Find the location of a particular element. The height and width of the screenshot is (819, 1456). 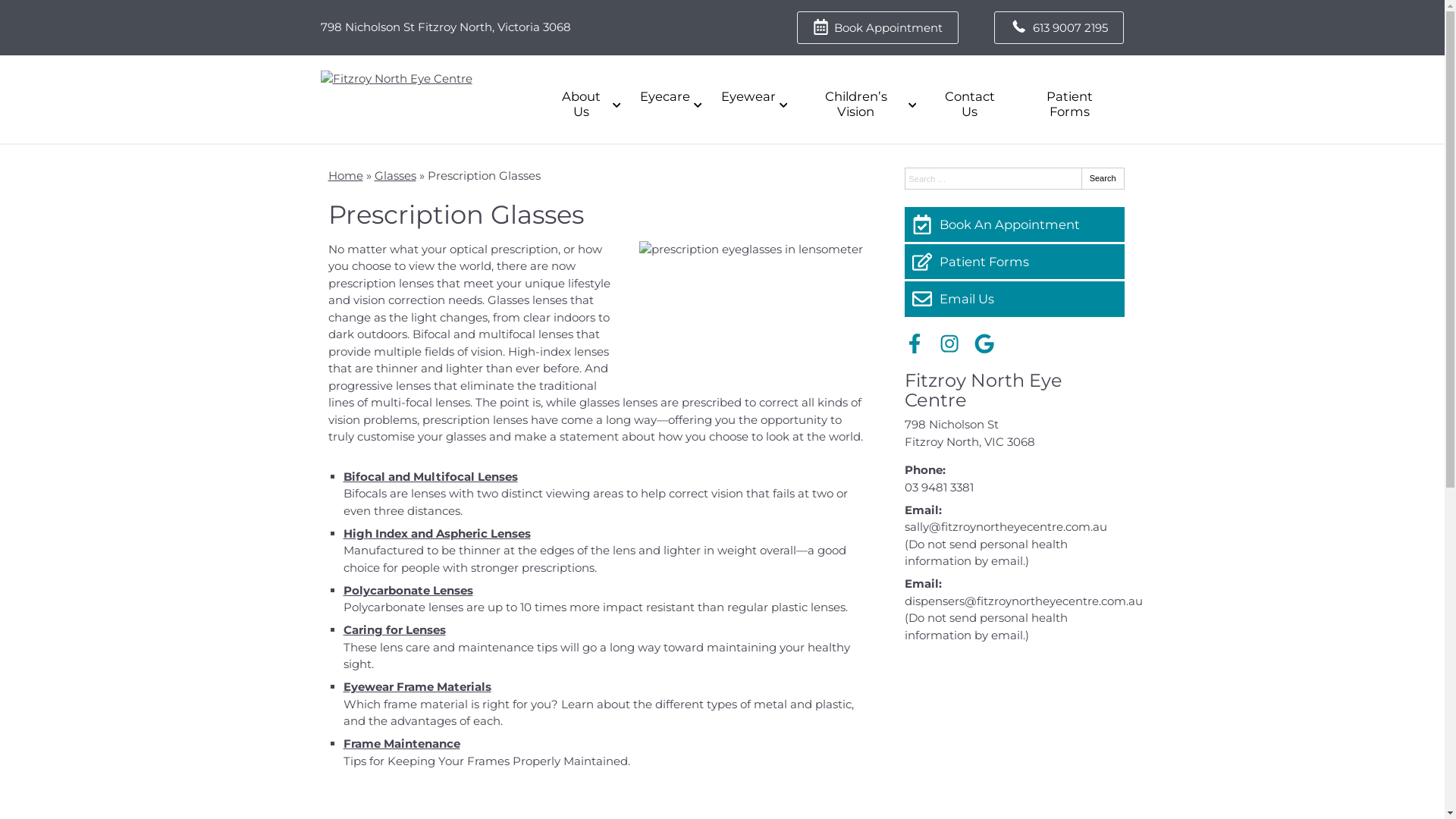

'Book Appointment' is located at coordinates (877, 27).